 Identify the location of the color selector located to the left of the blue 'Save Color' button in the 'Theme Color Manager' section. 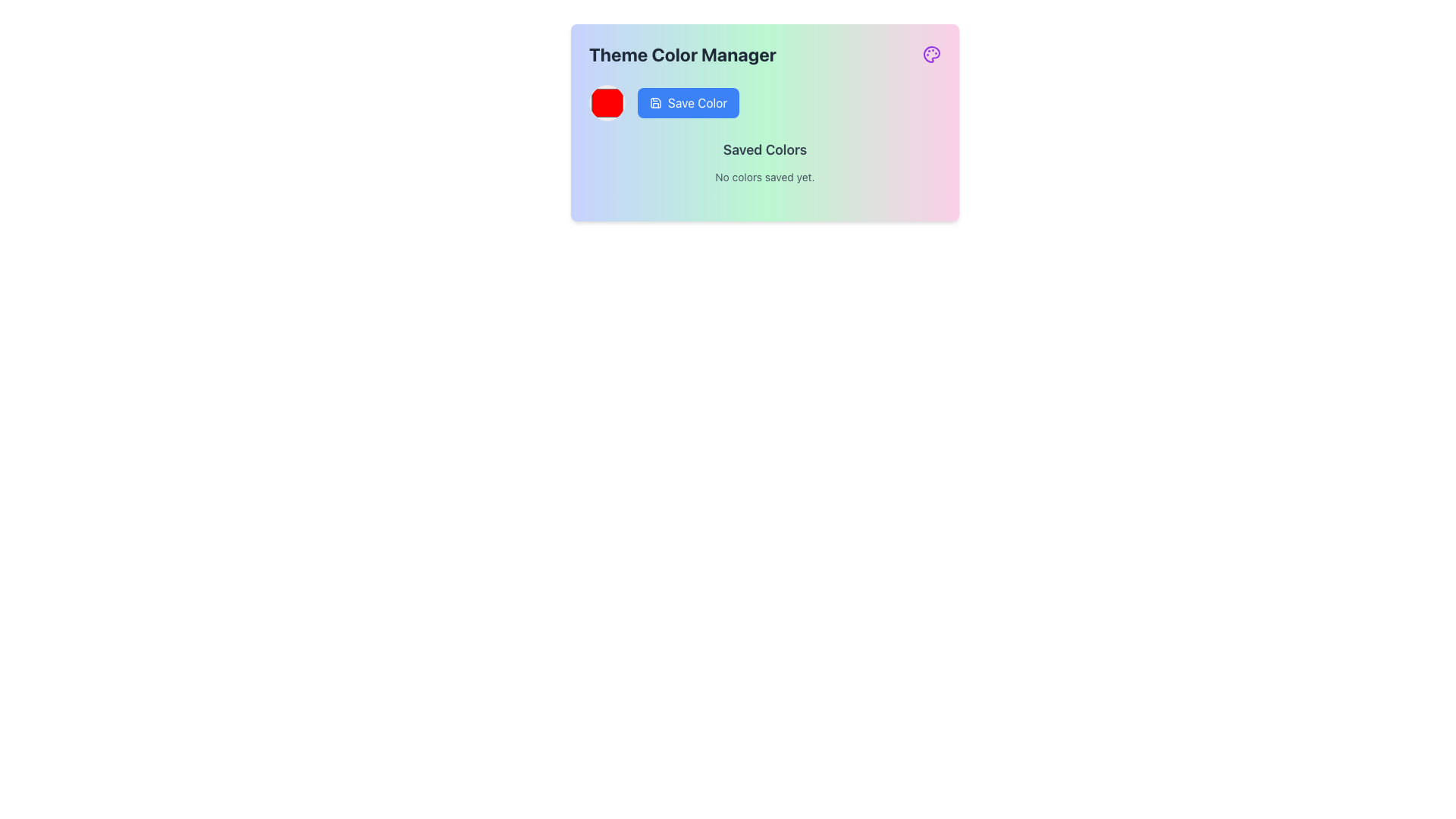
(607, 102).